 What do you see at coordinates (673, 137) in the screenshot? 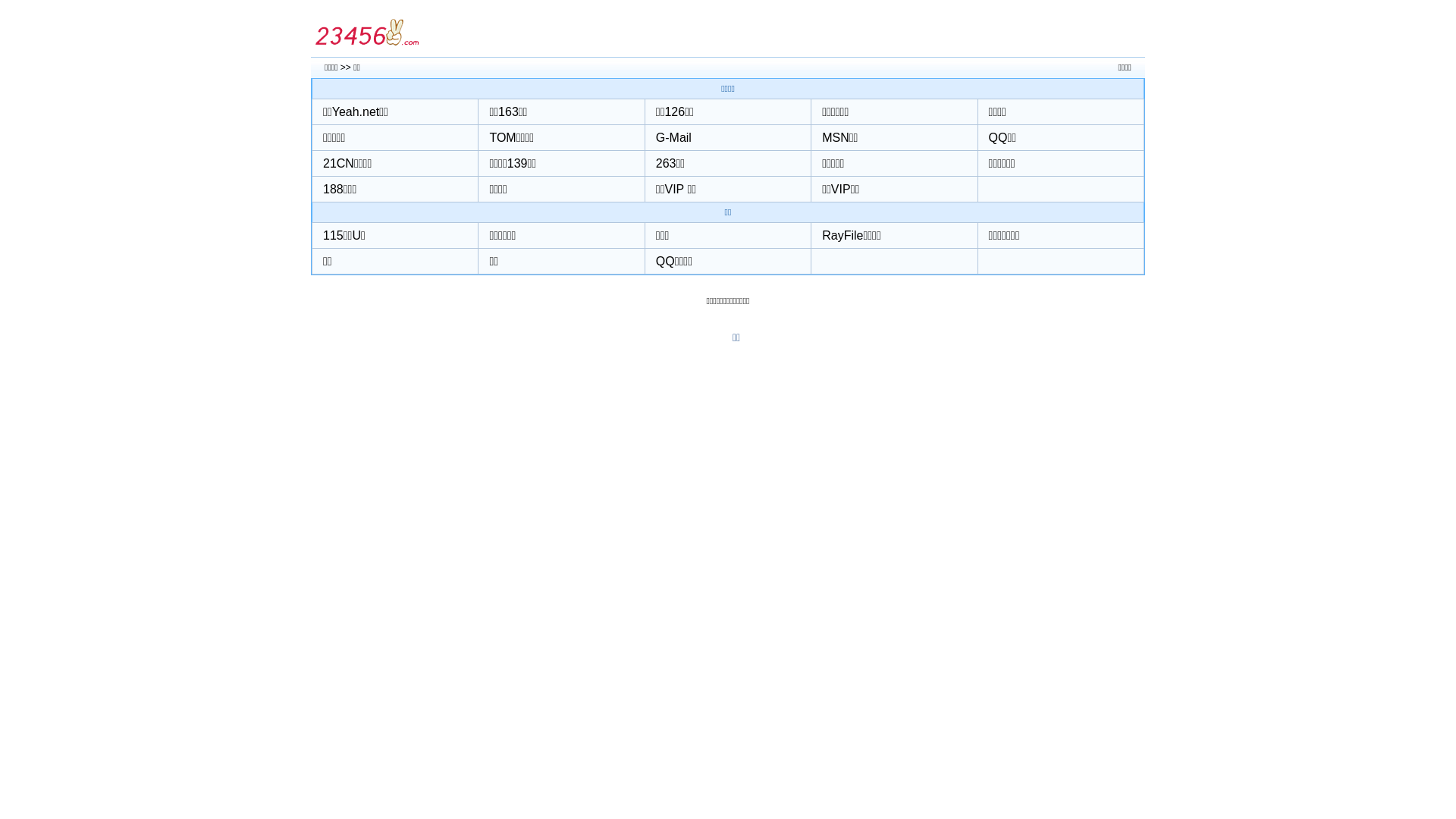
I see `'G-Mail'` at bounding box center [673, 137].